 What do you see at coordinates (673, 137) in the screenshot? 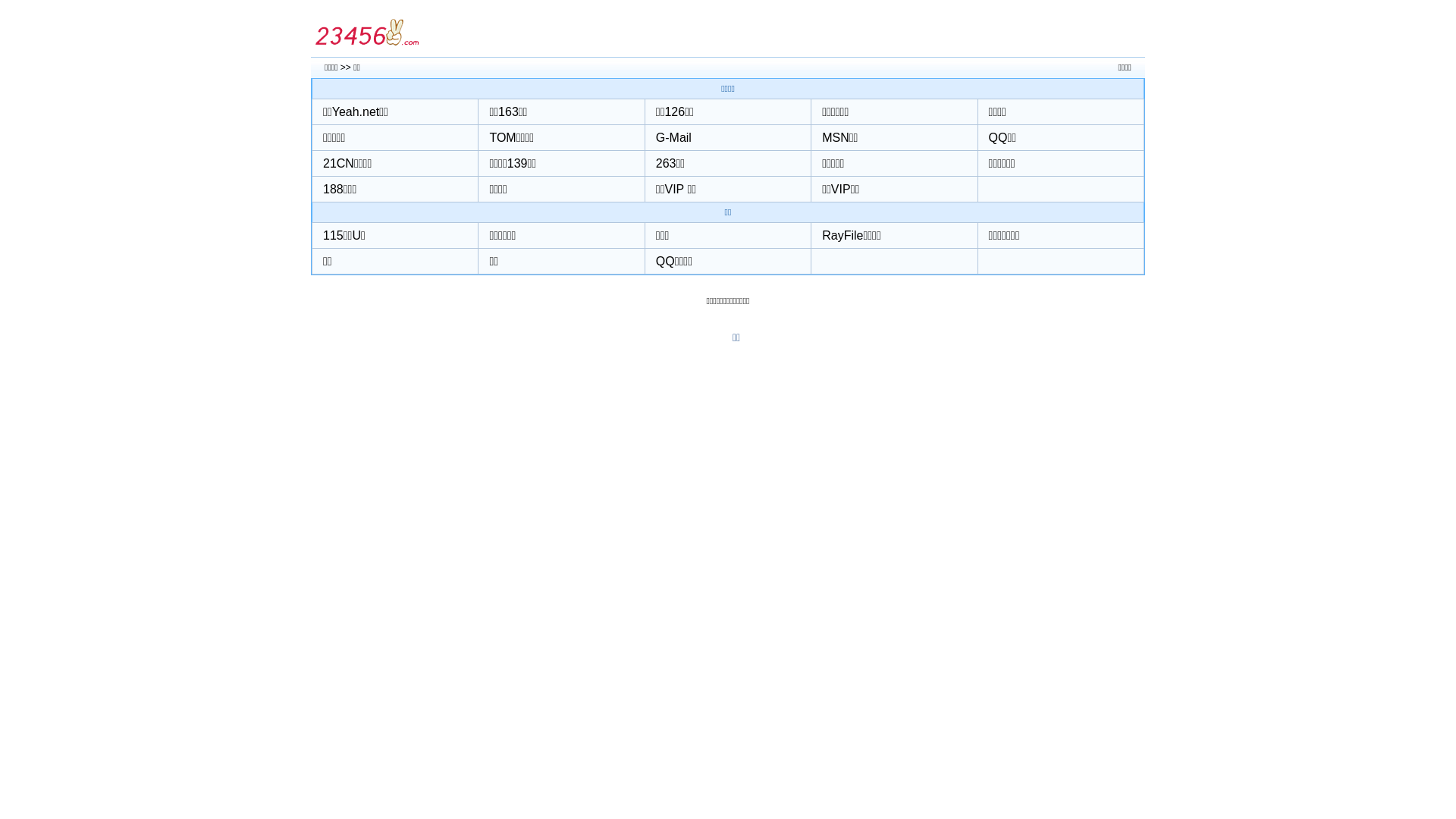
I see `'G-Mail'` at bounding box center [673, 137].